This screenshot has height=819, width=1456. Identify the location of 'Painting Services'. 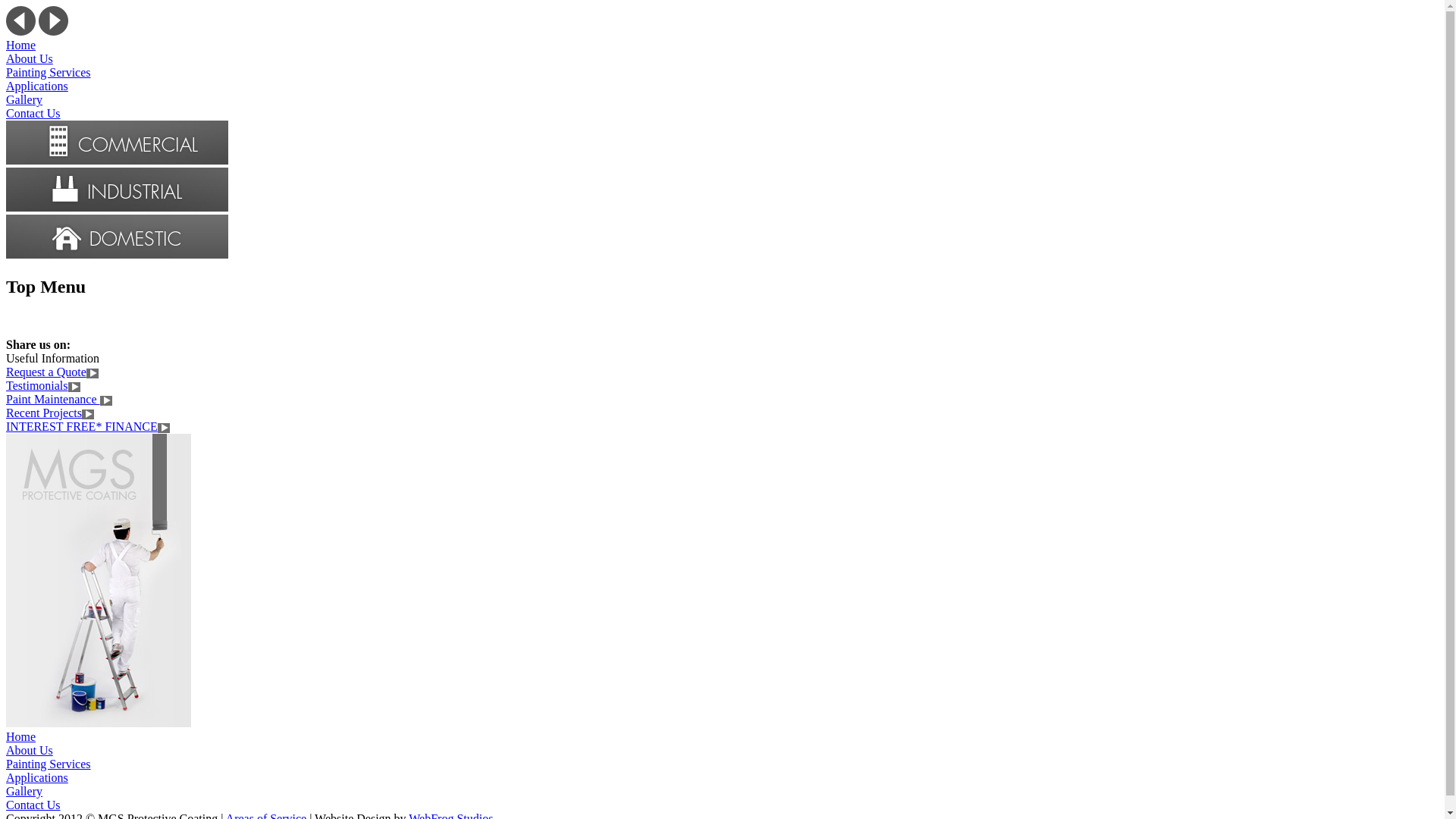
(48, 764).